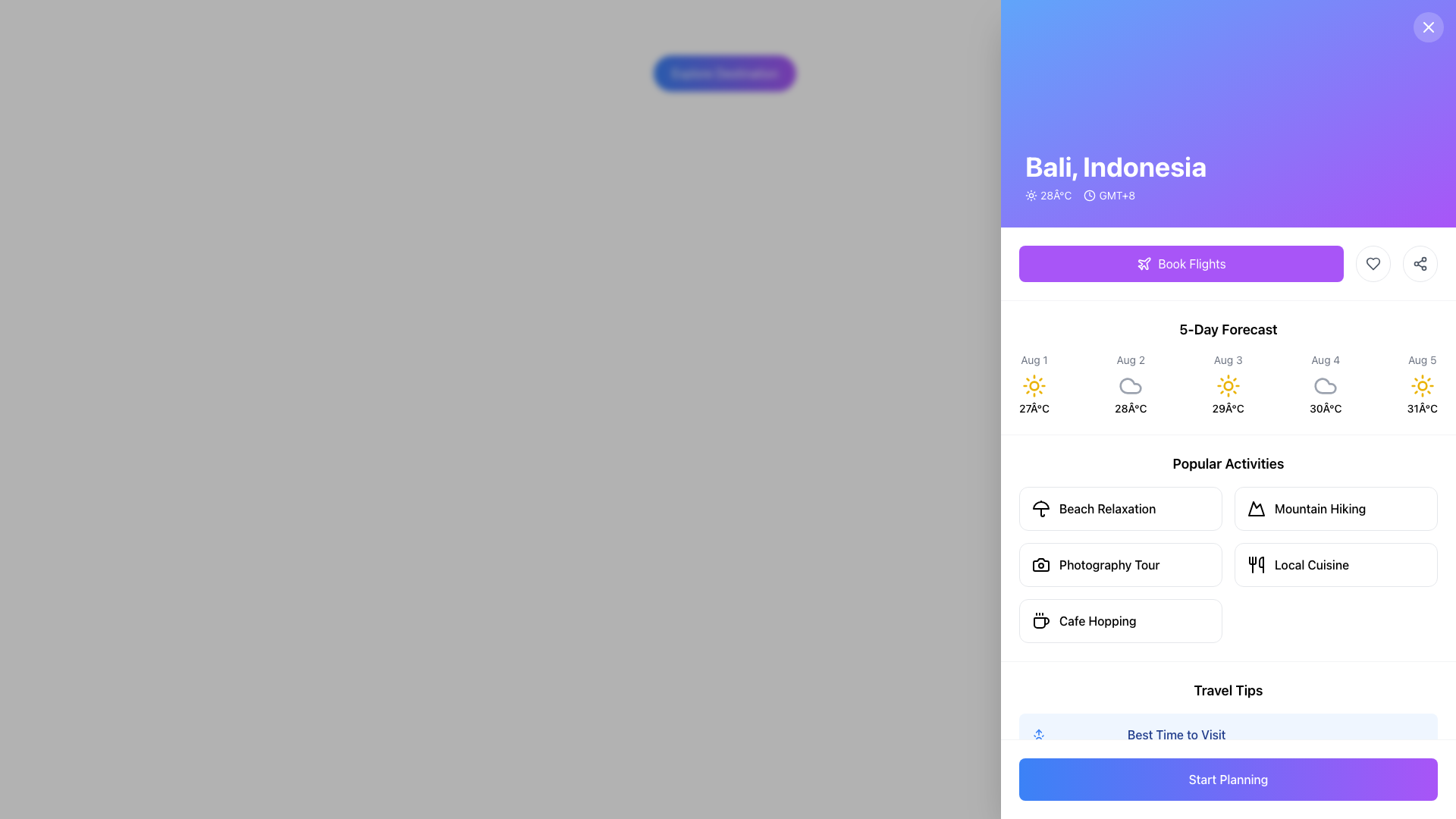 The width and height of the screenshot is (1456, 819). Describe the element at coordinates (1047, 195) in the screenshot. I see `temperature information displayed next to the sun icon for Bali, Indonesia` at that location.